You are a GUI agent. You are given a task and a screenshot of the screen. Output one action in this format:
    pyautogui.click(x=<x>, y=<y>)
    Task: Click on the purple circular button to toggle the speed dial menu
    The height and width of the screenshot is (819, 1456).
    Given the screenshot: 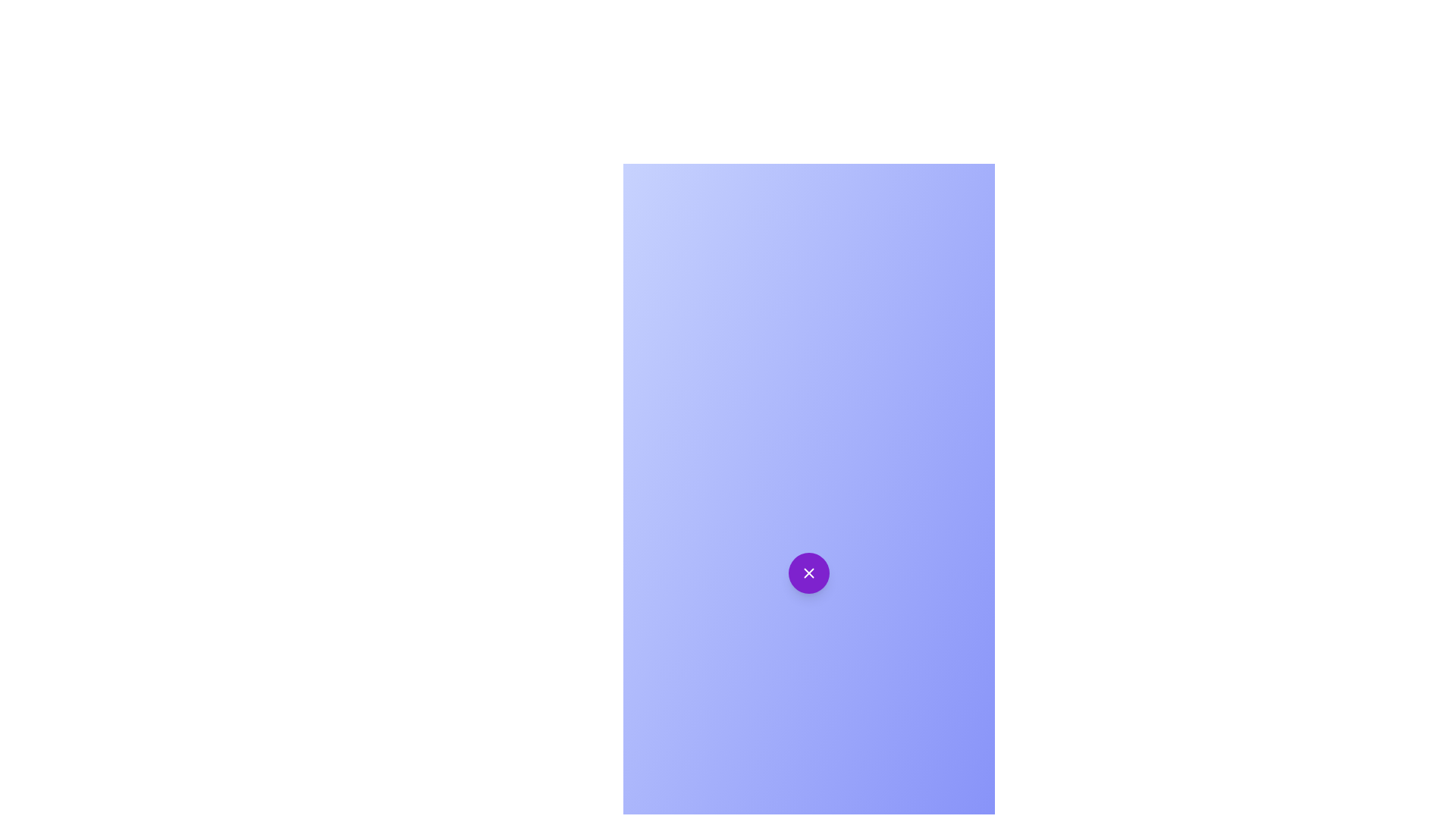 What is the action you would take?
    pyautogui.click(x=808, y=573)
    